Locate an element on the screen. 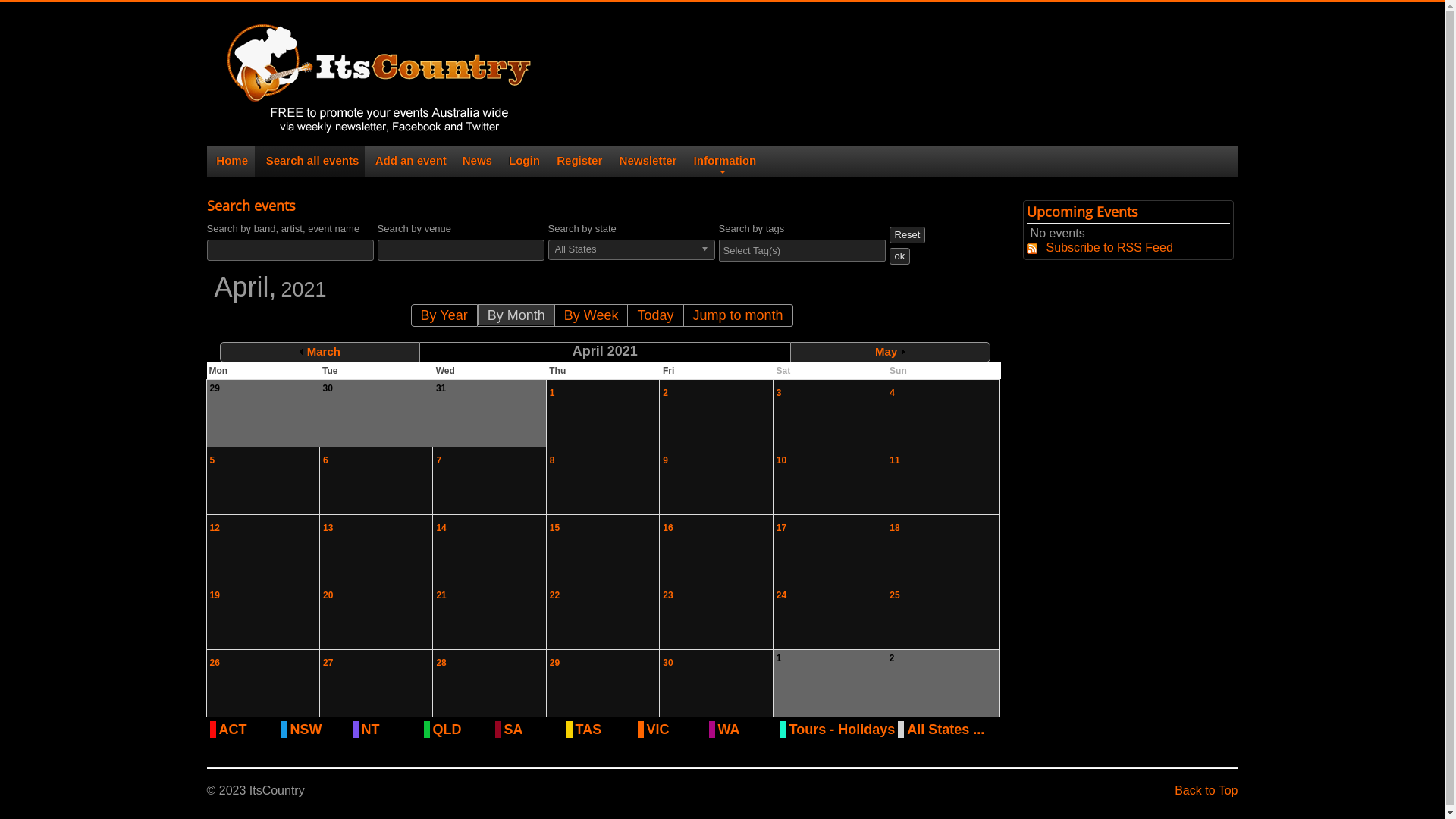 Image resolution: width=1456 pixels, height=819 pixels. 'By Year' is located at coordinates (443, 314).